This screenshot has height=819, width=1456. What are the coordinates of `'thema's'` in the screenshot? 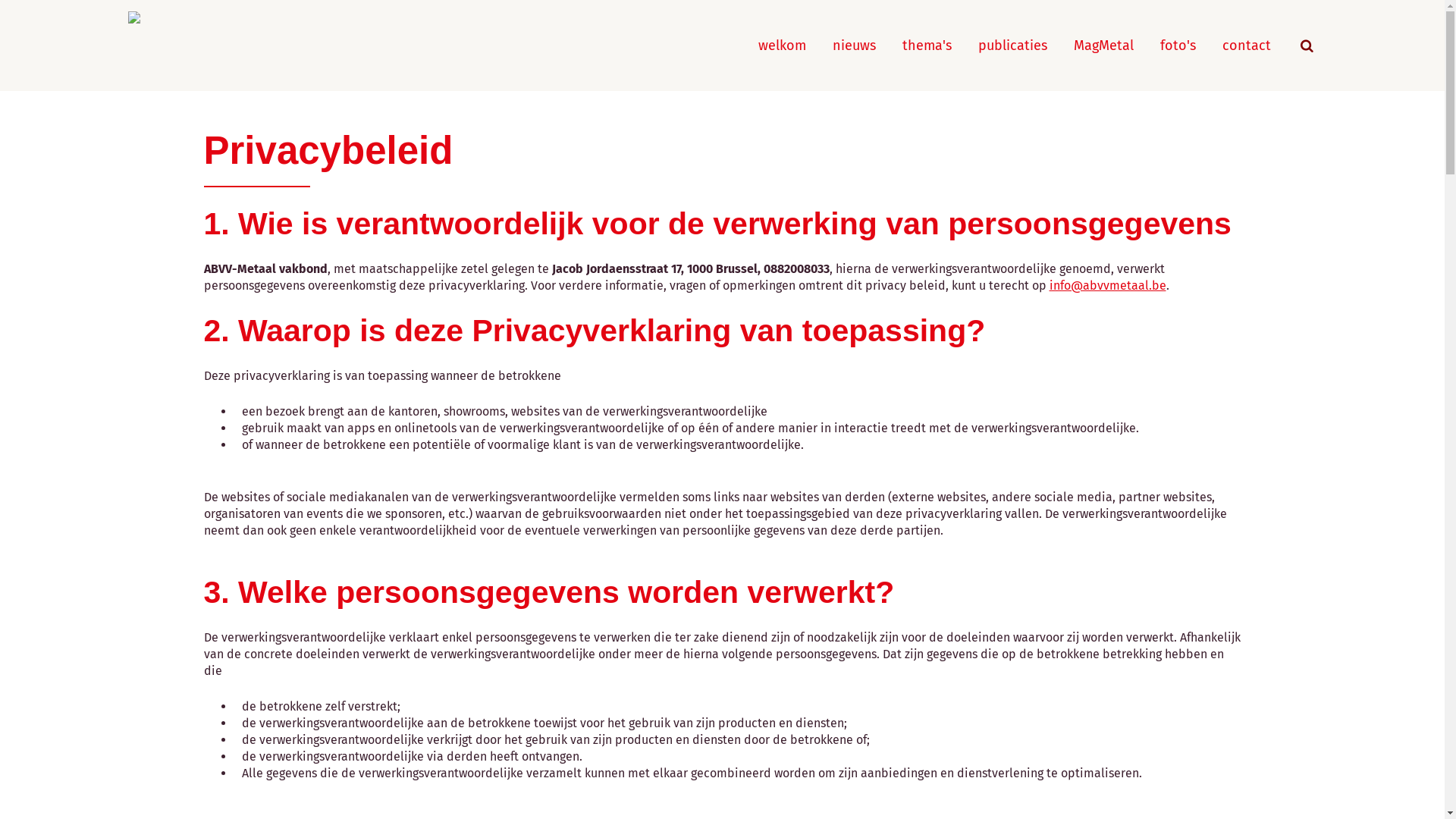 It's located at (902, 45).